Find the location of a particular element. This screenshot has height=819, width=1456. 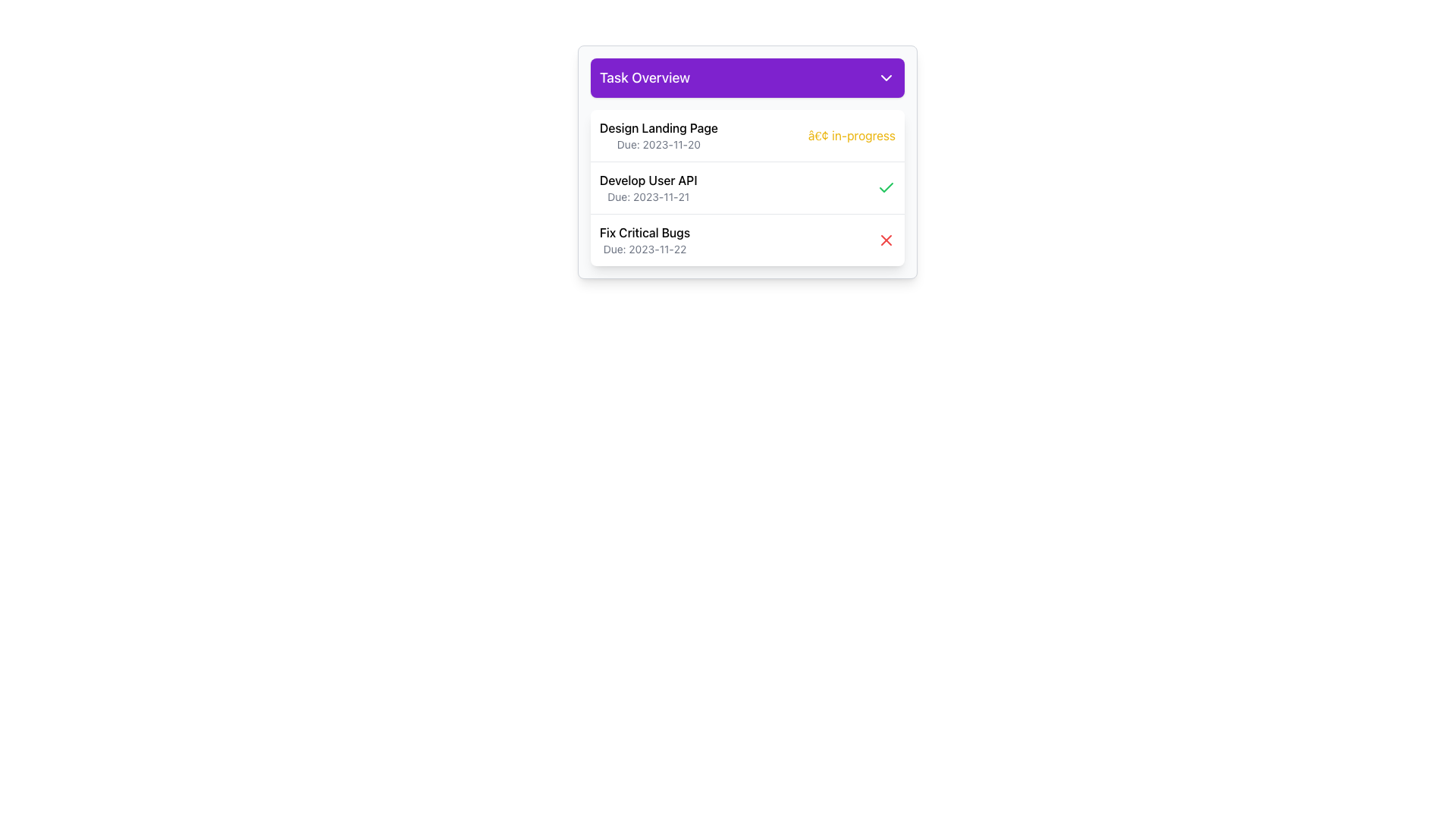

the deletion icon located at the far-right of the 'Fix Critical Bugs' task row is located at coordinates (886, 239).